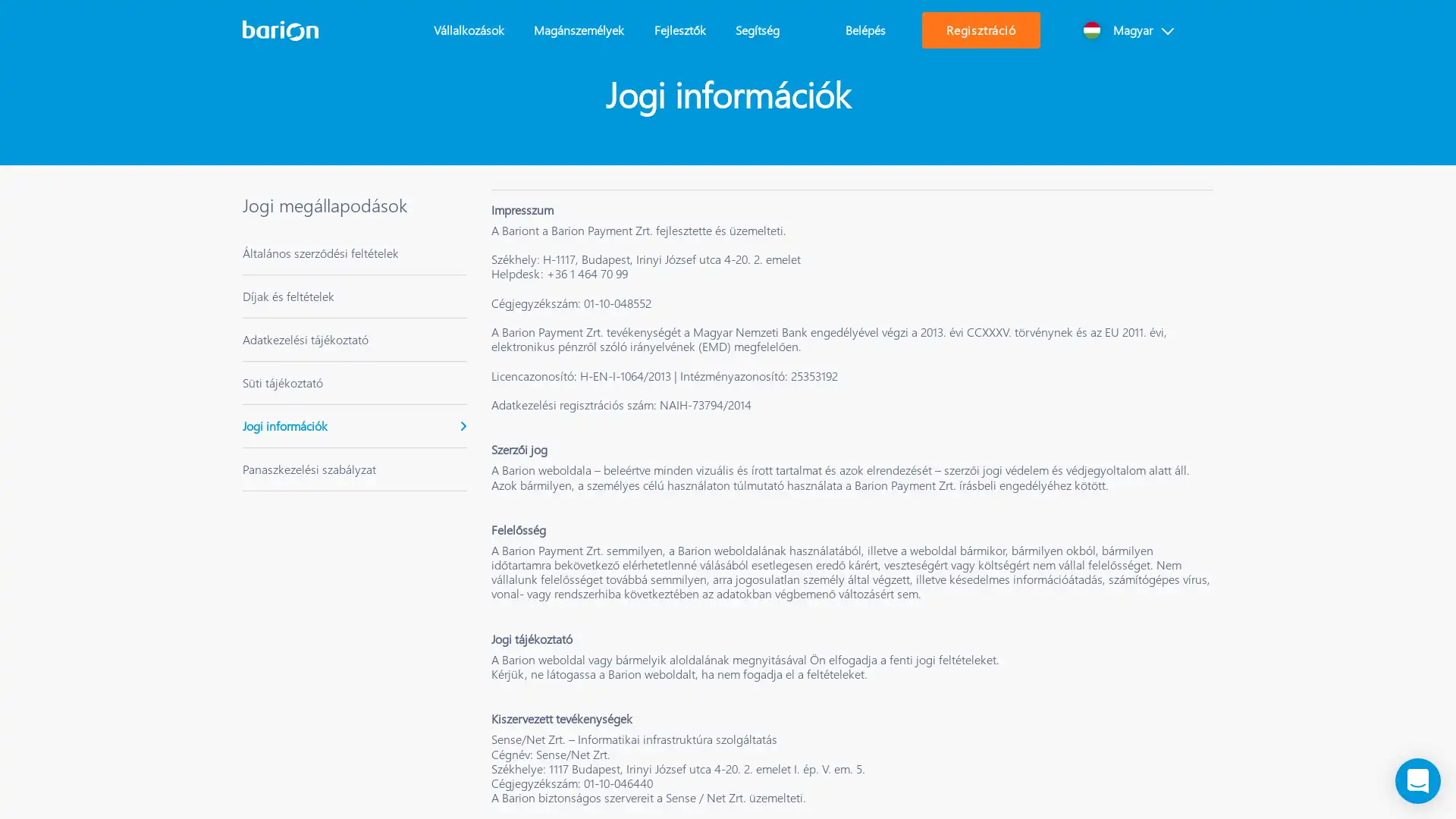  Describe the element at coordinates (1417, 780) in the screenshot. I see `Load Chat` at that location.